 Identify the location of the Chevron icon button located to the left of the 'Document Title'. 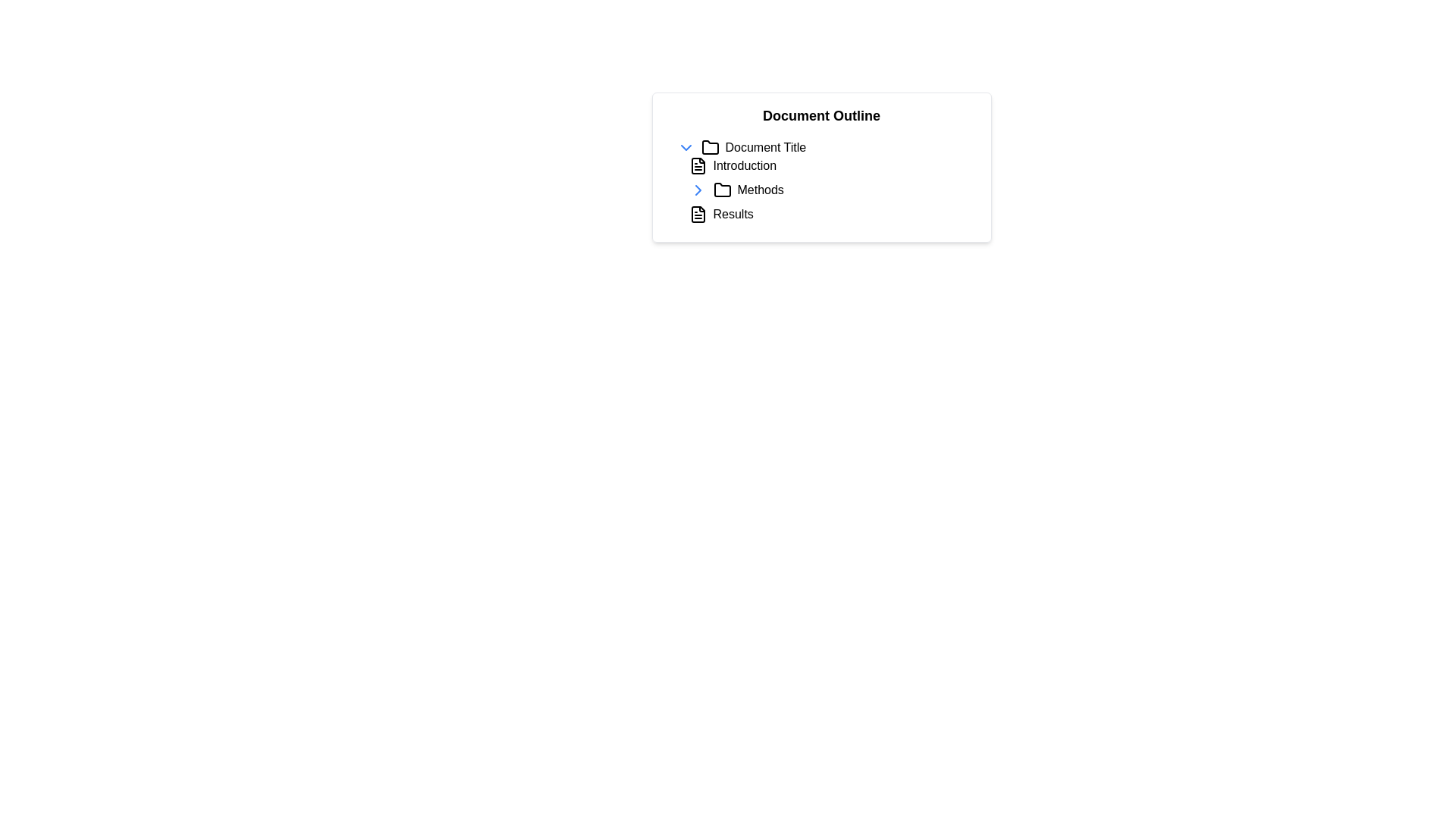
(685, 148).